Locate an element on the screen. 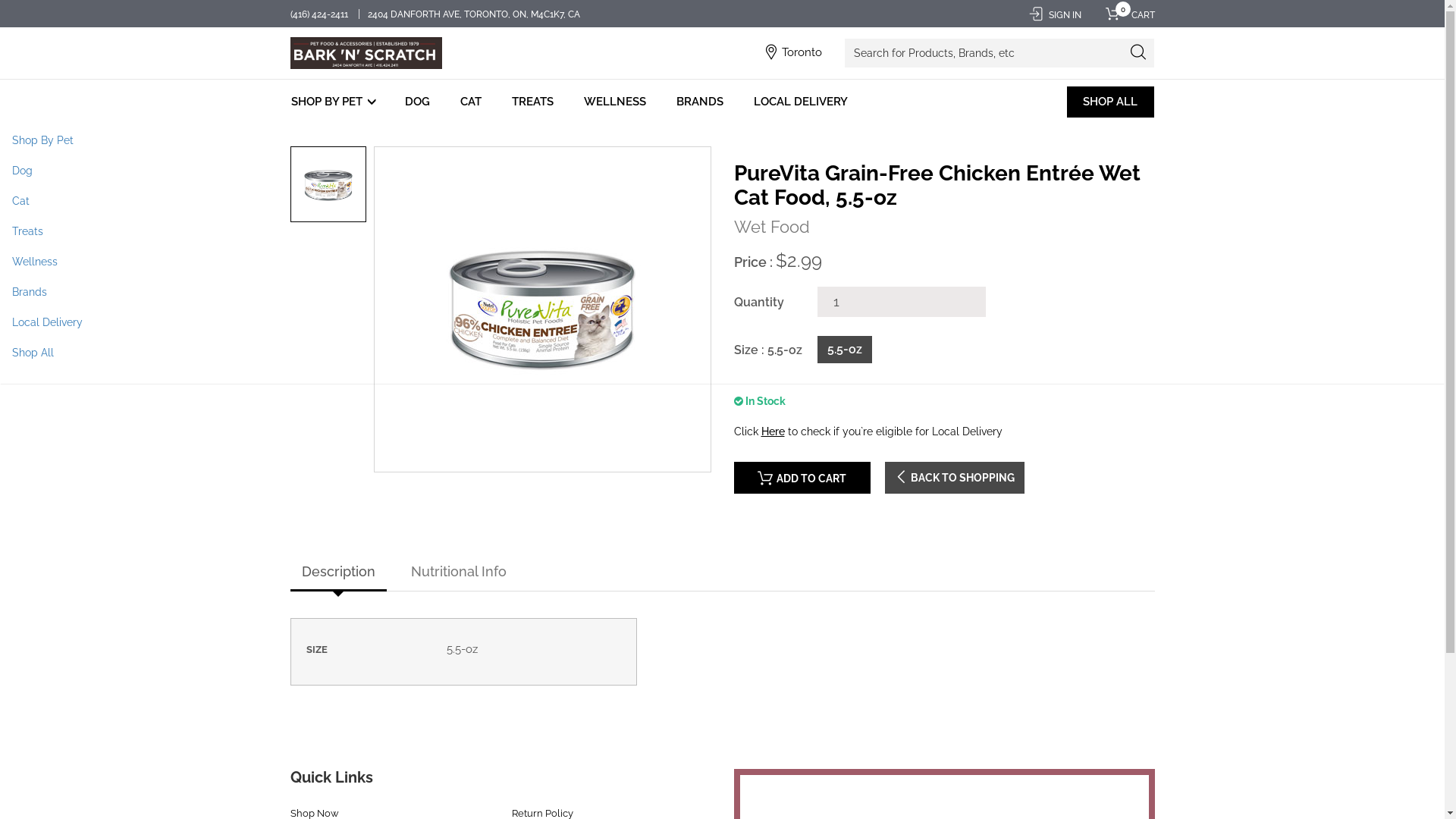 The height and width of the screenshot is (819, 1456). 'BACK TO SHOPPING' is located at coordinates (952, 476).